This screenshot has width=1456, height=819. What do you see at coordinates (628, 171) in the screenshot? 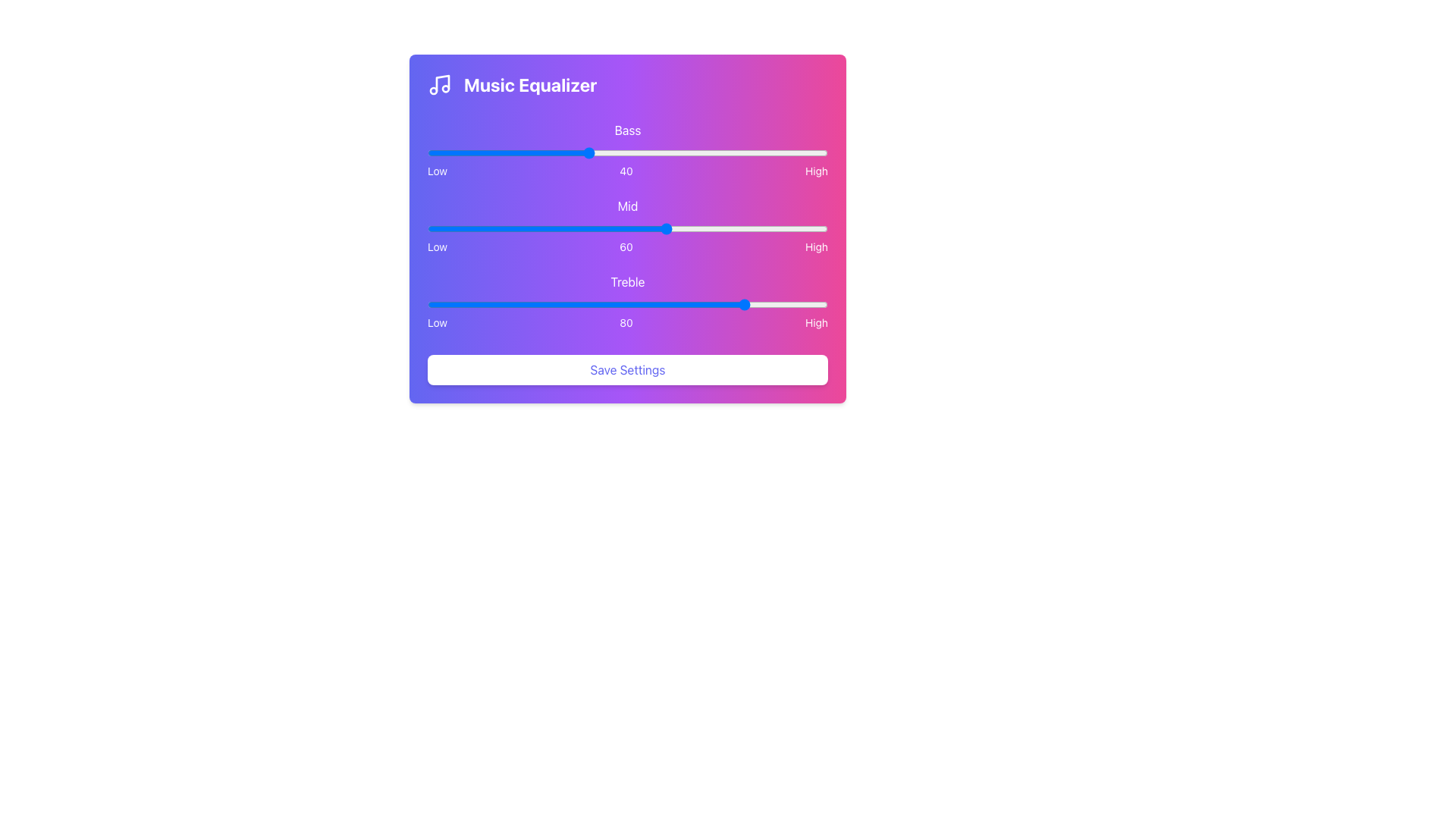
I see `the static text label that displays contextual information for the 'Bass' slider, indicating 'Low', '40', and 'High'` at bounding box center [628, 171].